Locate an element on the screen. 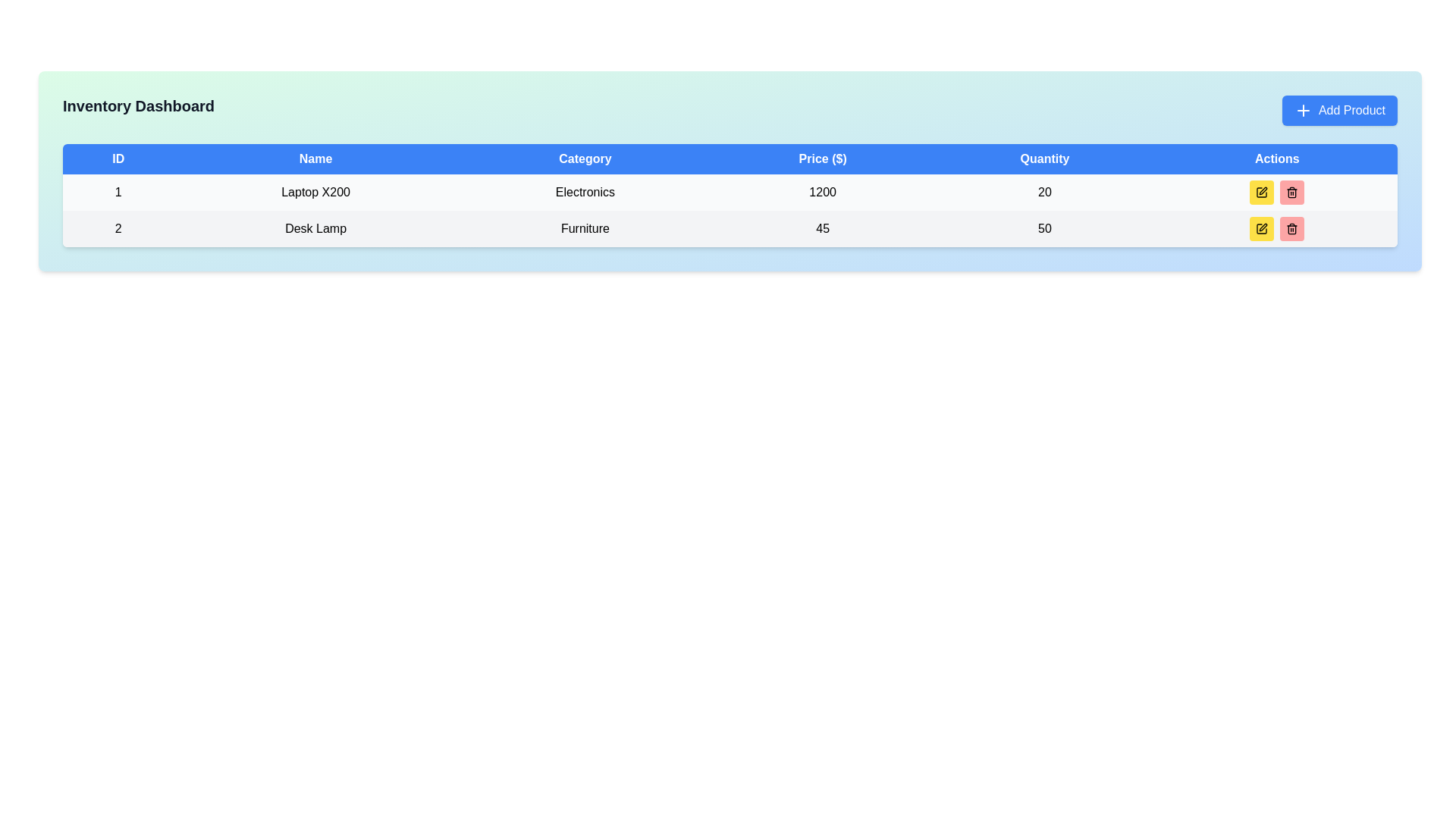  the trash can icon in the 'Actions' column of the second row of the table is located at coordinates (1291, 228).